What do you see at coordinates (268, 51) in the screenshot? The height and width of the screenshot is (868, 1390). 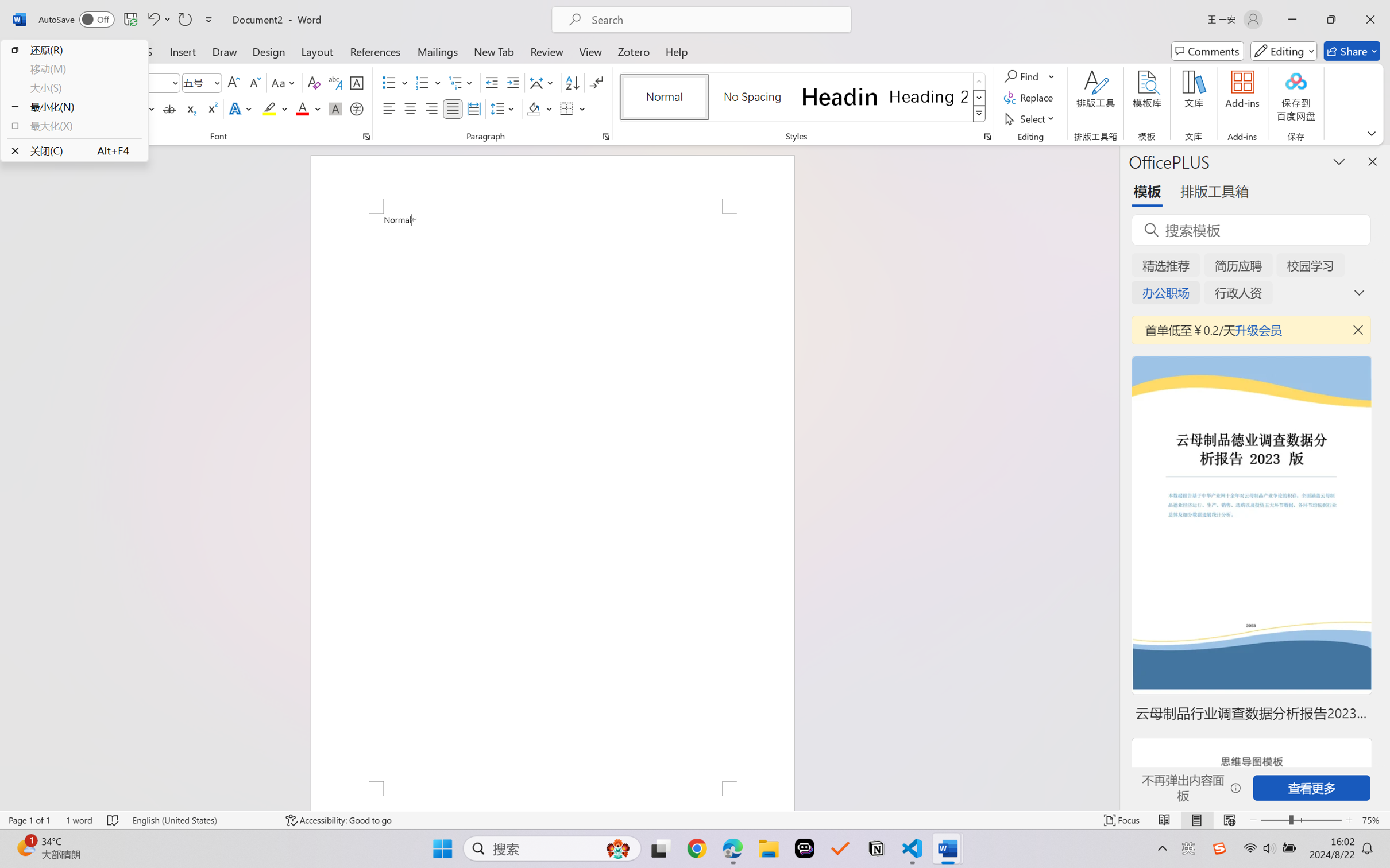 I see `'Design'` at bounding box center [268, 51].